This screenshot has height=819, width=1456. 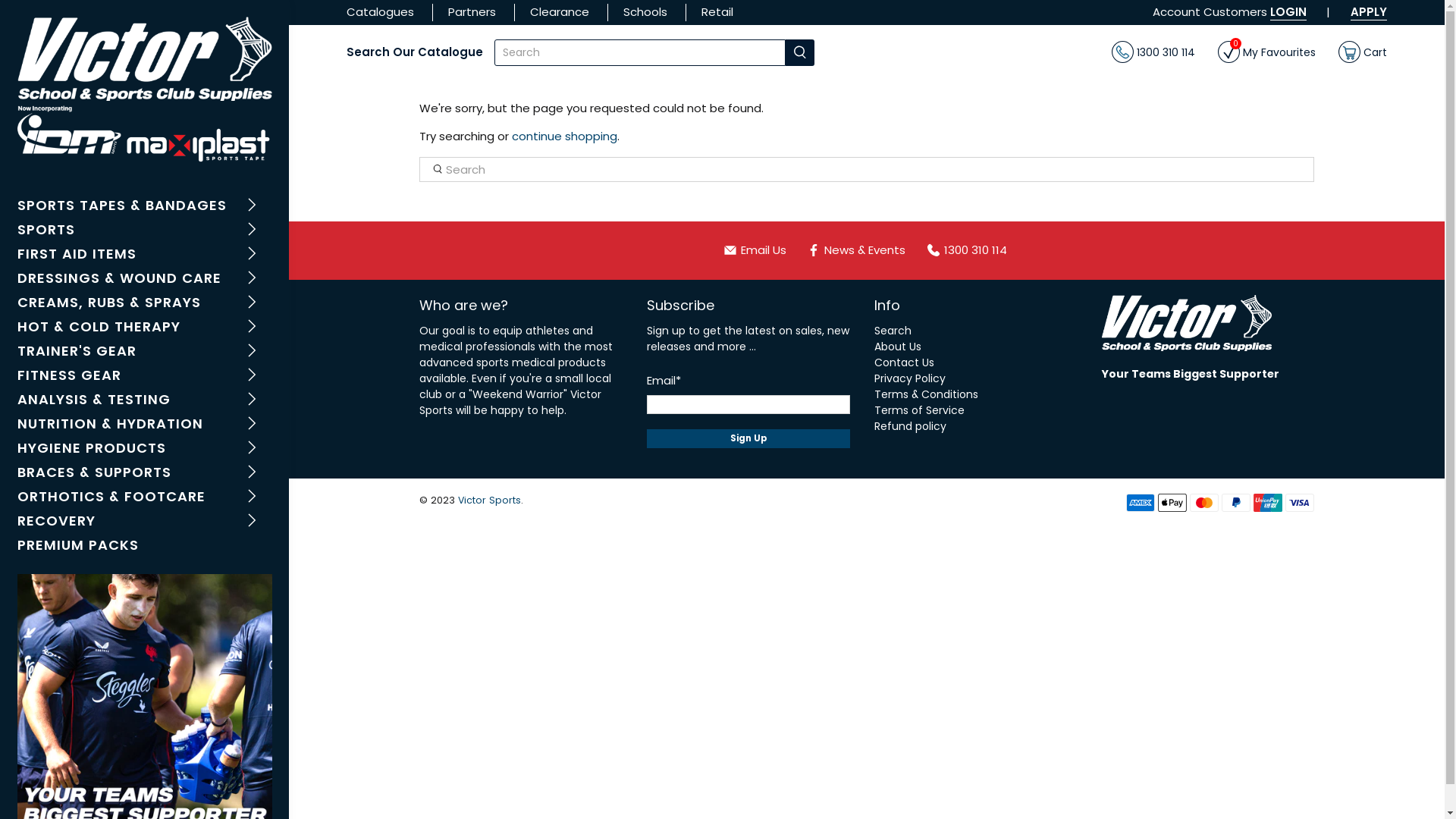 I want to click on 'Clearance', so click(x=530, y=11).